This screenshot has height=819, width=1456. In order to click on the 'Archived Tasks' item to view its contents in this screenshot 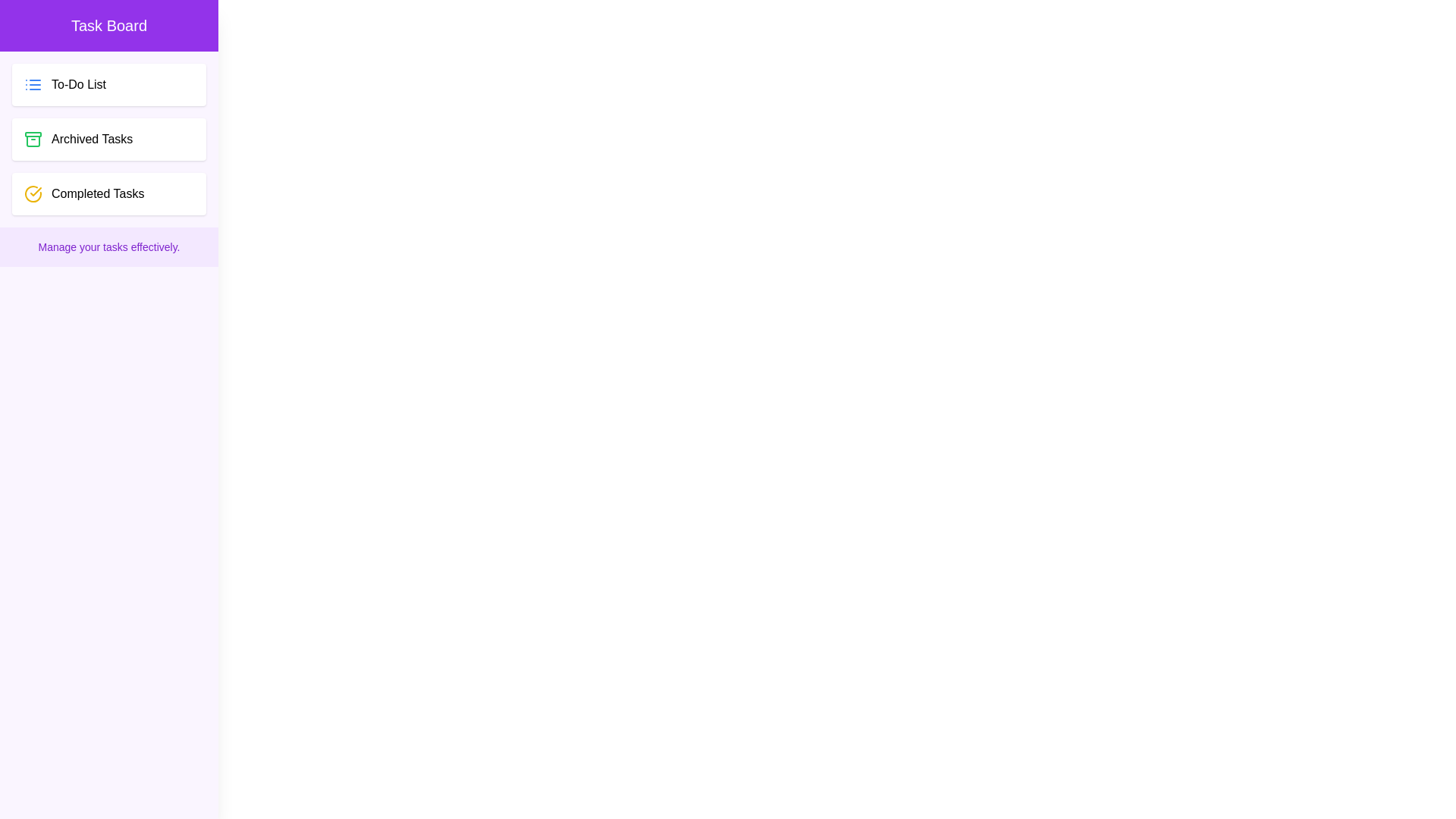, I will do `click(108, 140)`.